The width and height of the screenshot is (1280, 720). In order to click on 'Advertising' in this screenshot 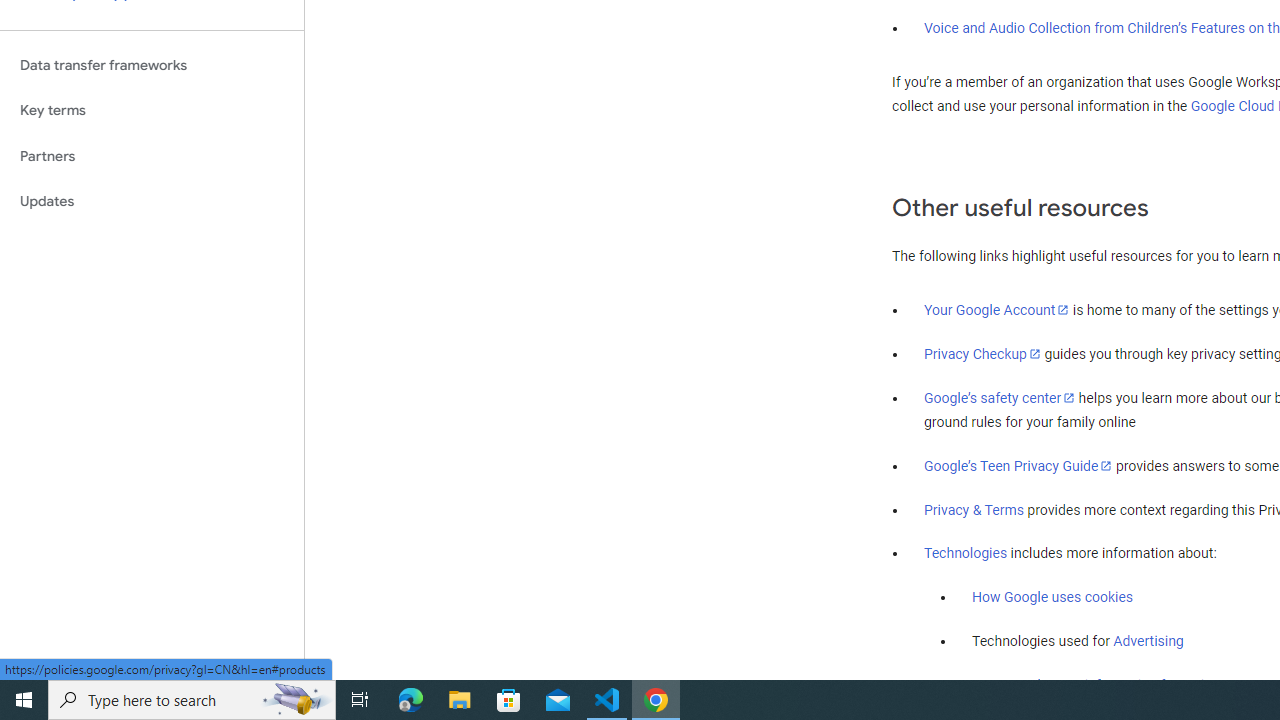, I will do `click(1148, 641)`.